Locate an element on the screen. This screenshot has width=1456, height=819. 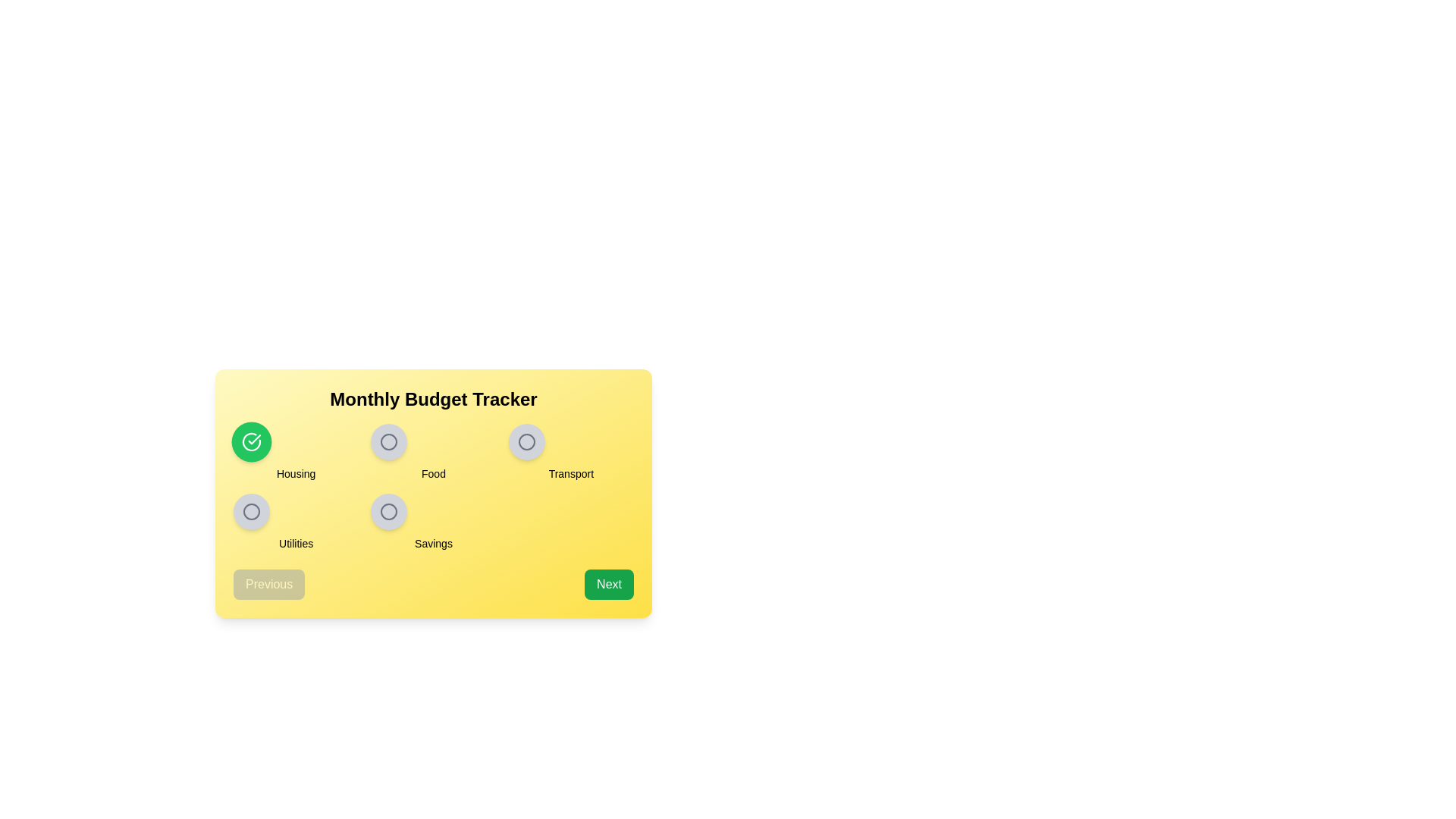
the radio button for the 'Transport' category is located at coordinates (526, 441).